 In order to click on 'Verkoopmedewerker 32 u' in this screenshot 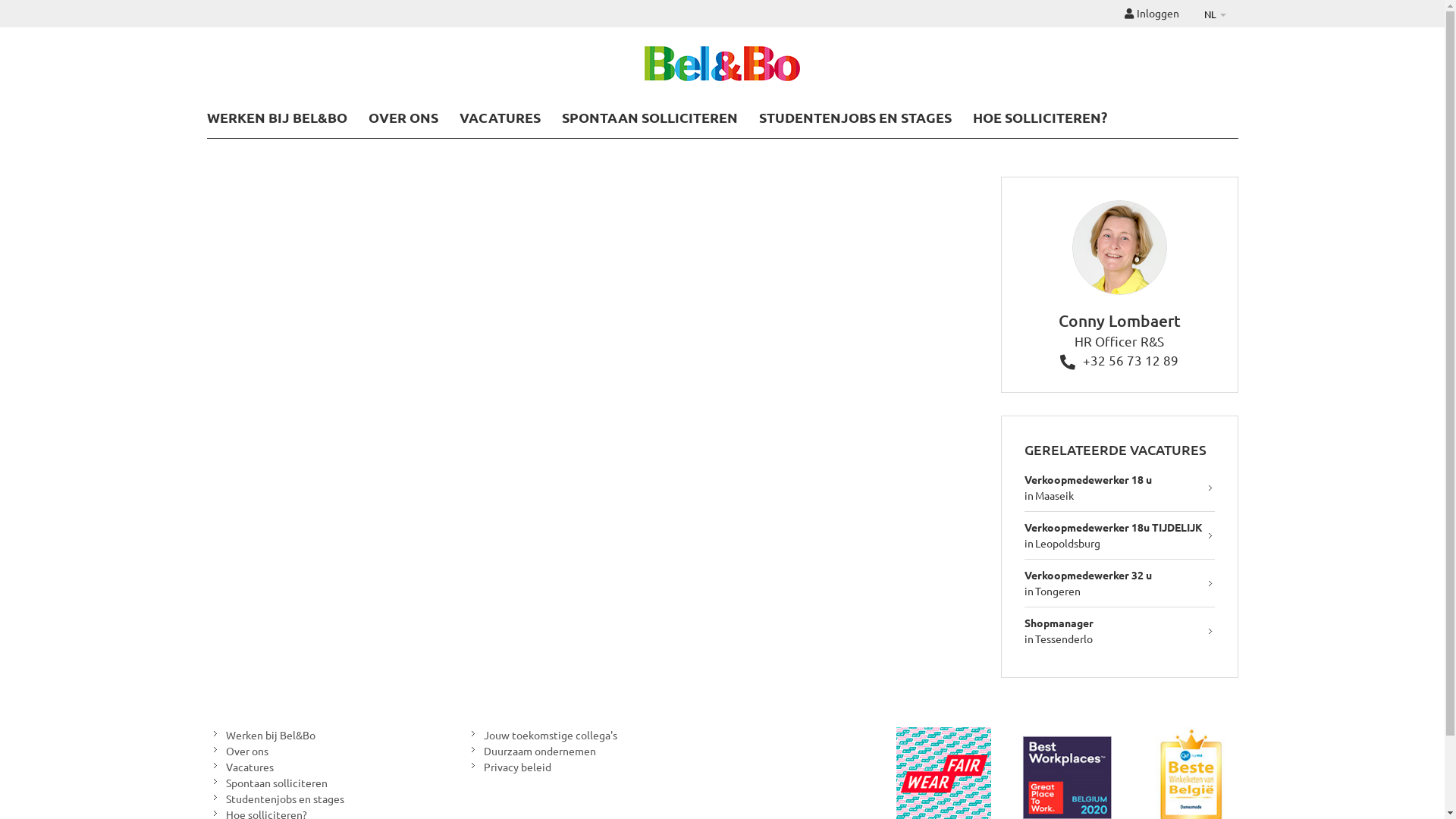, I will do `click(1087, 575)`.